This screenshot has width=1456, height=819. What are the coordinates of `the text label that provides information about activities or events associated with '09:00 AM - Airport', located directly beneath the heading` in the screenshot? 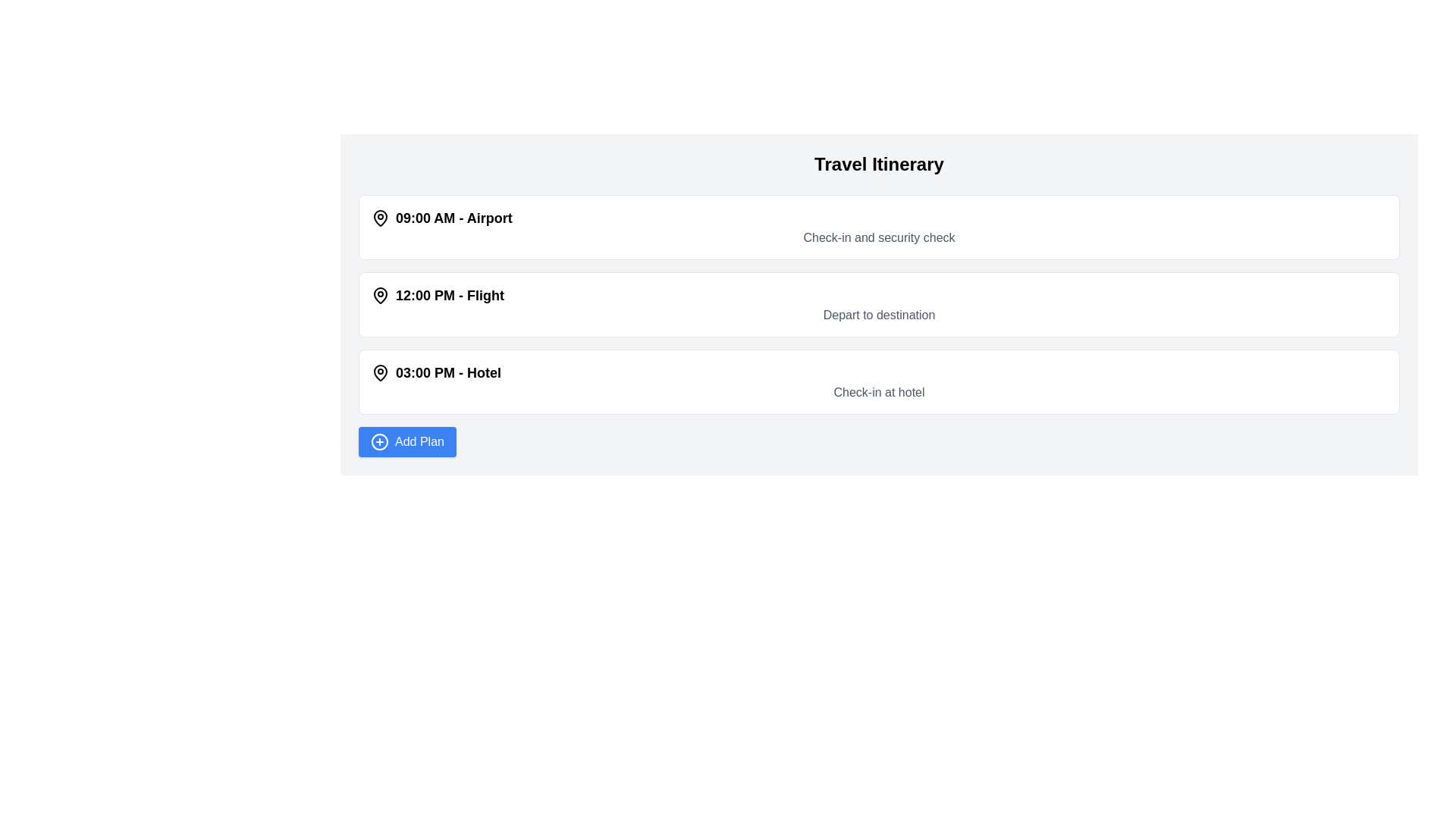 It's located at (879, 237).